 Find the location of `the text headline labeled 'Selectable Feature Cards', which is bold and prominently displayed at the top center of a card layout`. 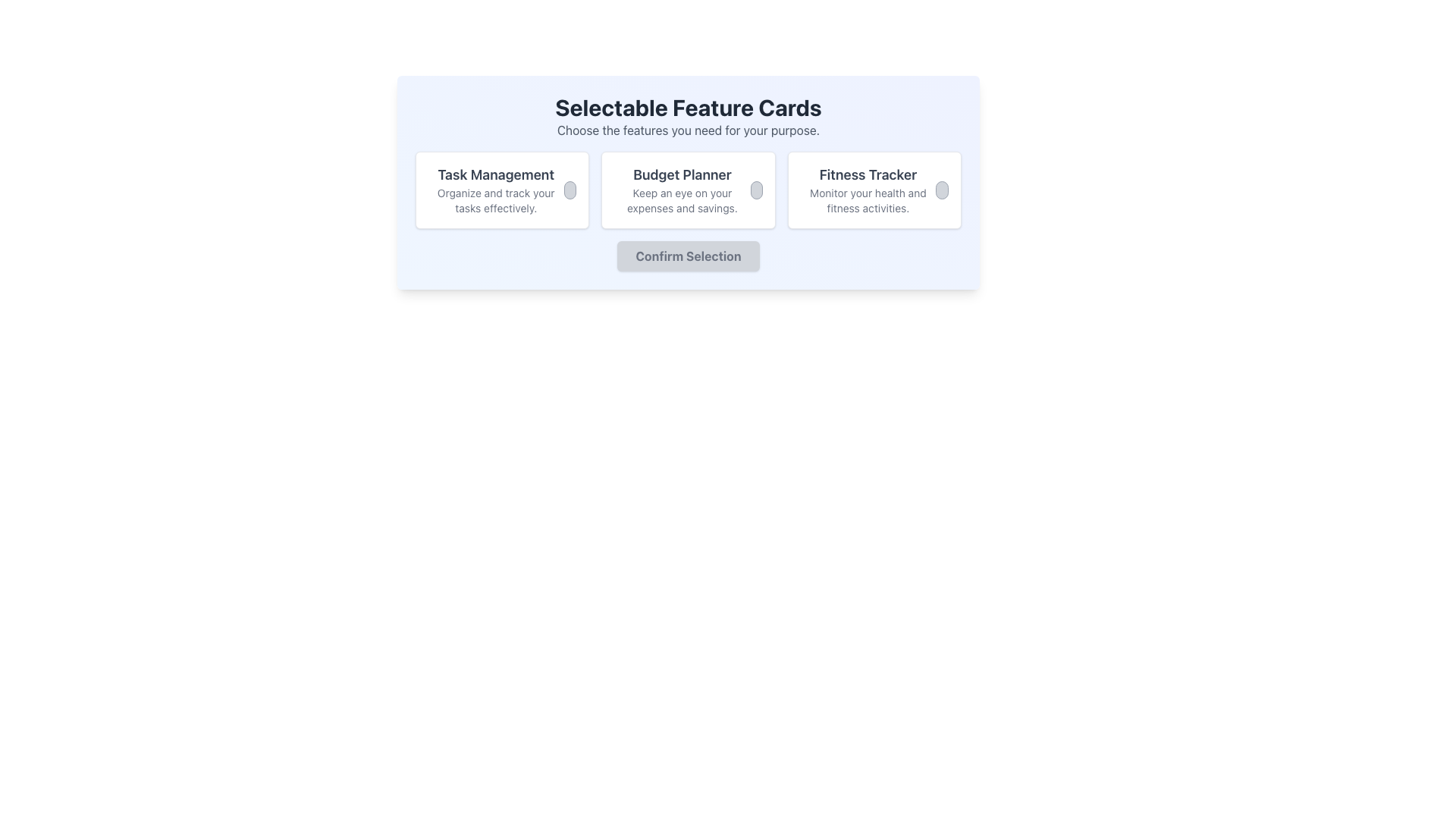

the text headline labeled 'Selectable Feature Cards', which is bold and prominently displayed at the top center of a card layout is located at coordinates (687, 107).